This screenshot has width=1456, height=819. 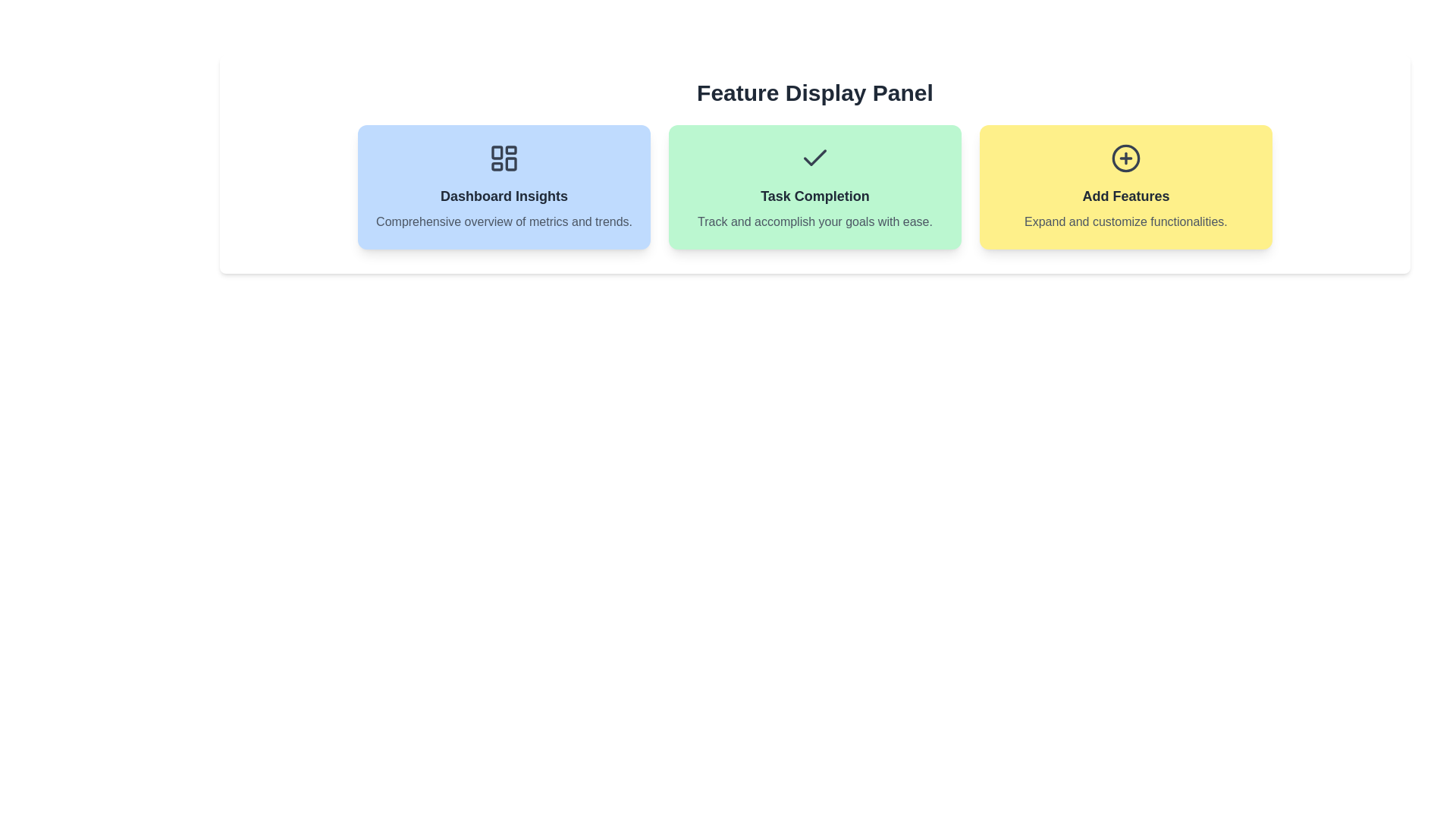 I want to click on the checkmark symbol icon located at the center of the green 'Task Completion' panel on the Feature Display Panel interface, so click(x=814, y=158).